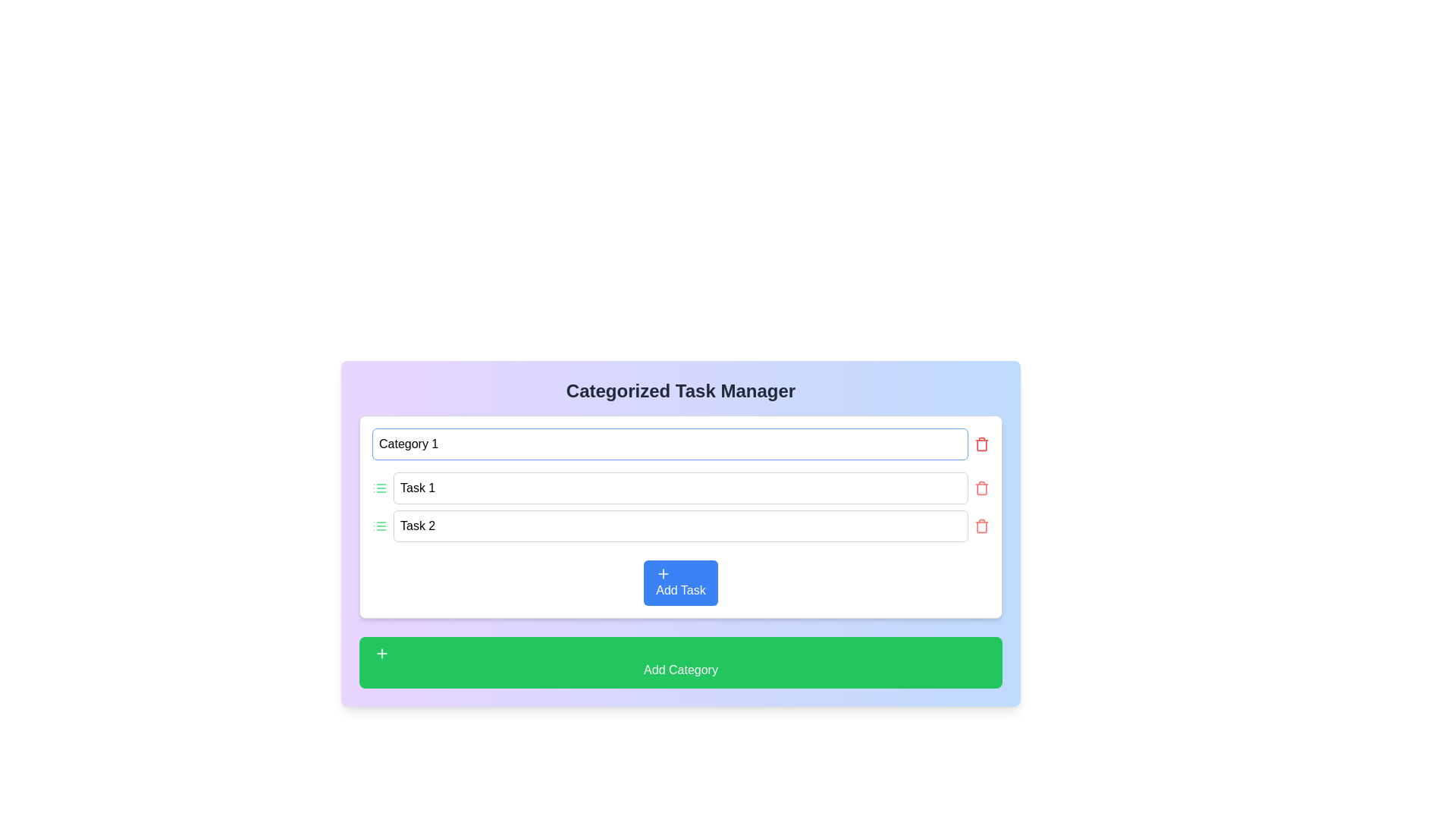 This screenshot has height=819, width=1456. Describe the element at coordinates (982, 444) in the screenshot. I see `the icon button located on the far-right side of the input field labeled 'Category 1'` at that location.